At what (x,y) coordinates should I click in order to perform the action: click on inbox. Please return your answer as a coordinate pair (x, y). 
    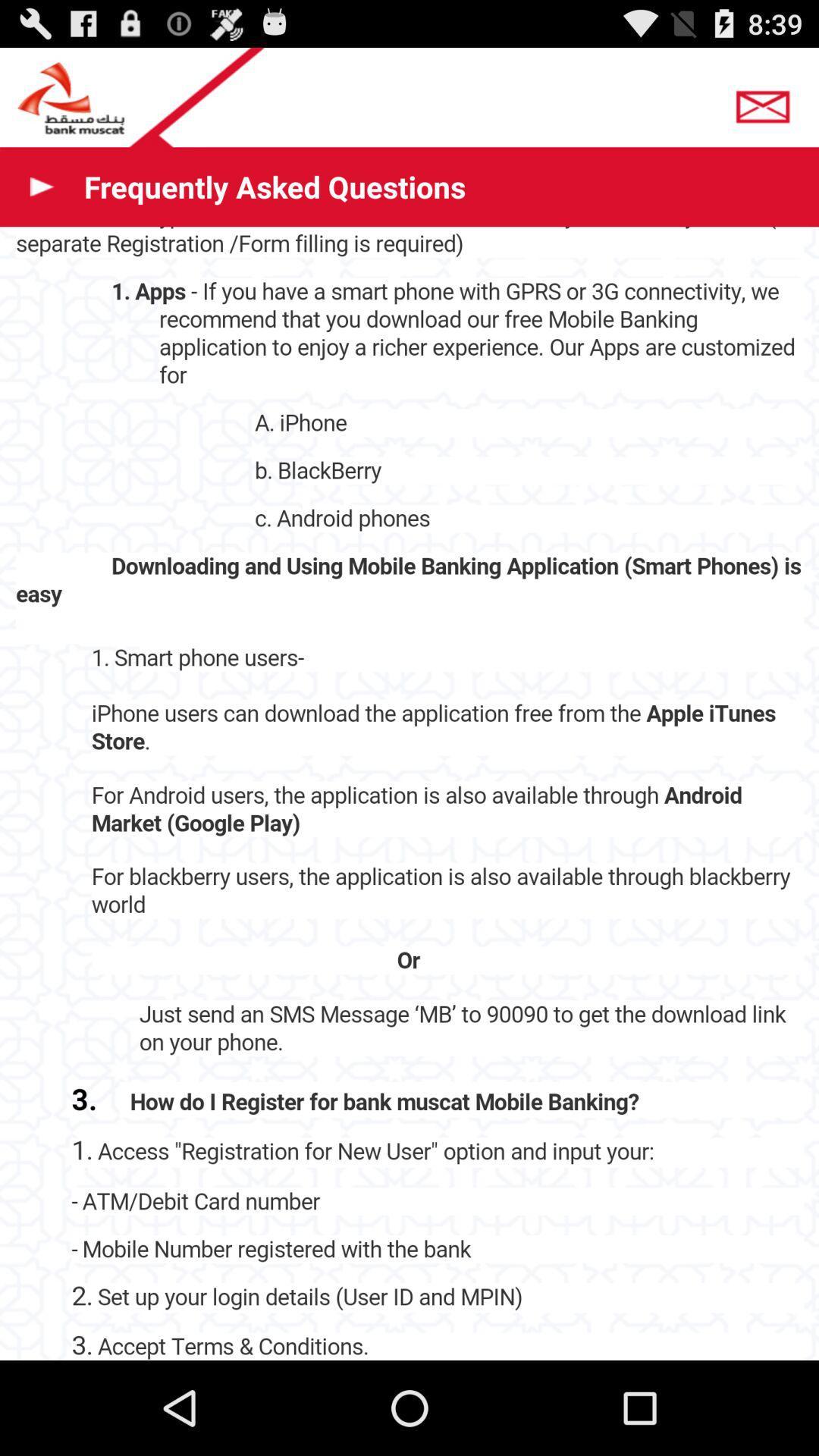
    Looking at the image, I should click on (767, 101).